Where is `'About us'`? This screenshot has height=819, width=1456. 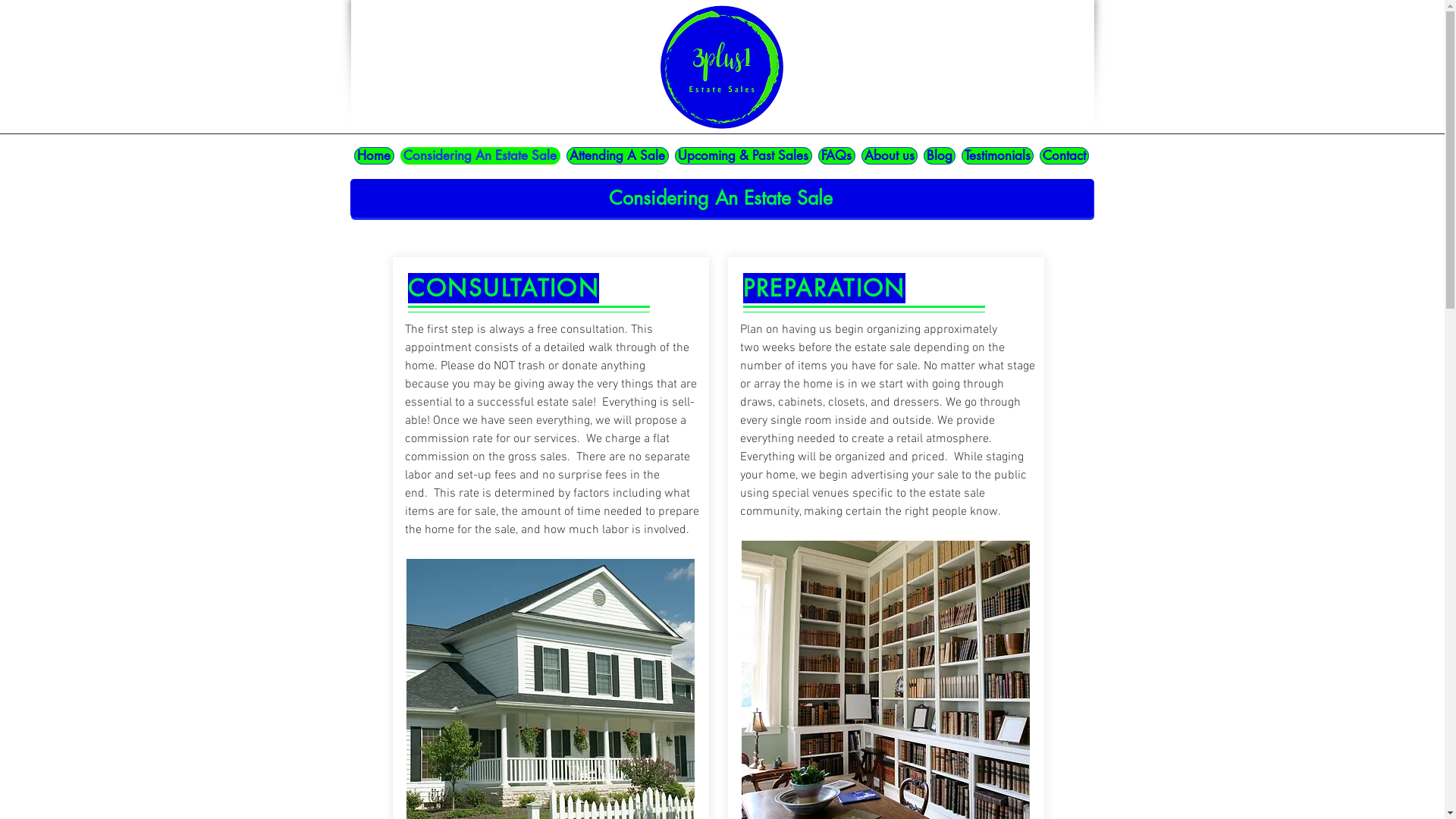 'About us' is located at coordinates (889, 155).